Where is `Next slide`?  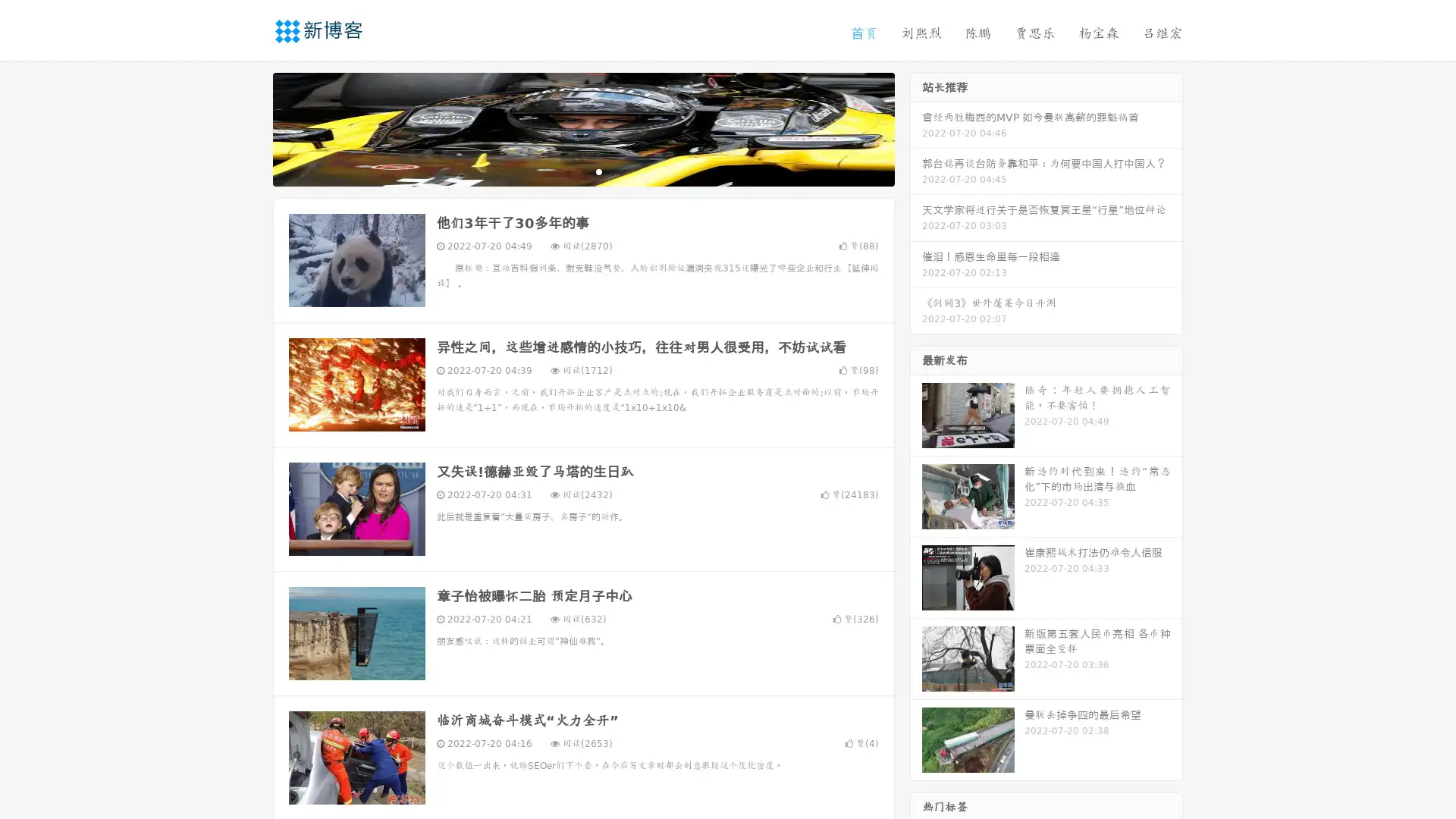
Next slide is located at coordinates (916, 127).